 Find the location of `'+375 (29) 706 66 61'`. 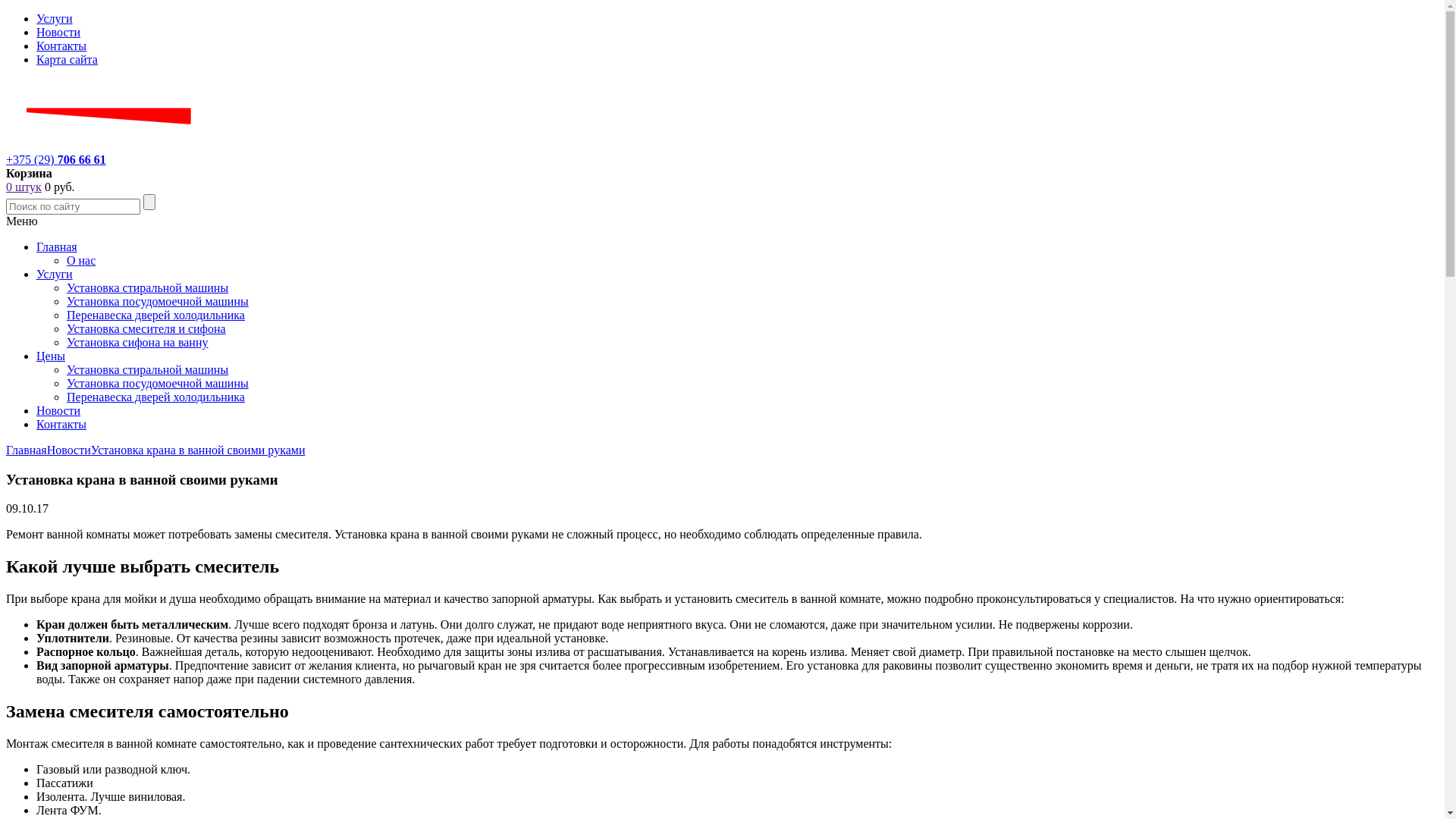

'+375 (29) 706 66 61' is located at coordinates (6, 159).